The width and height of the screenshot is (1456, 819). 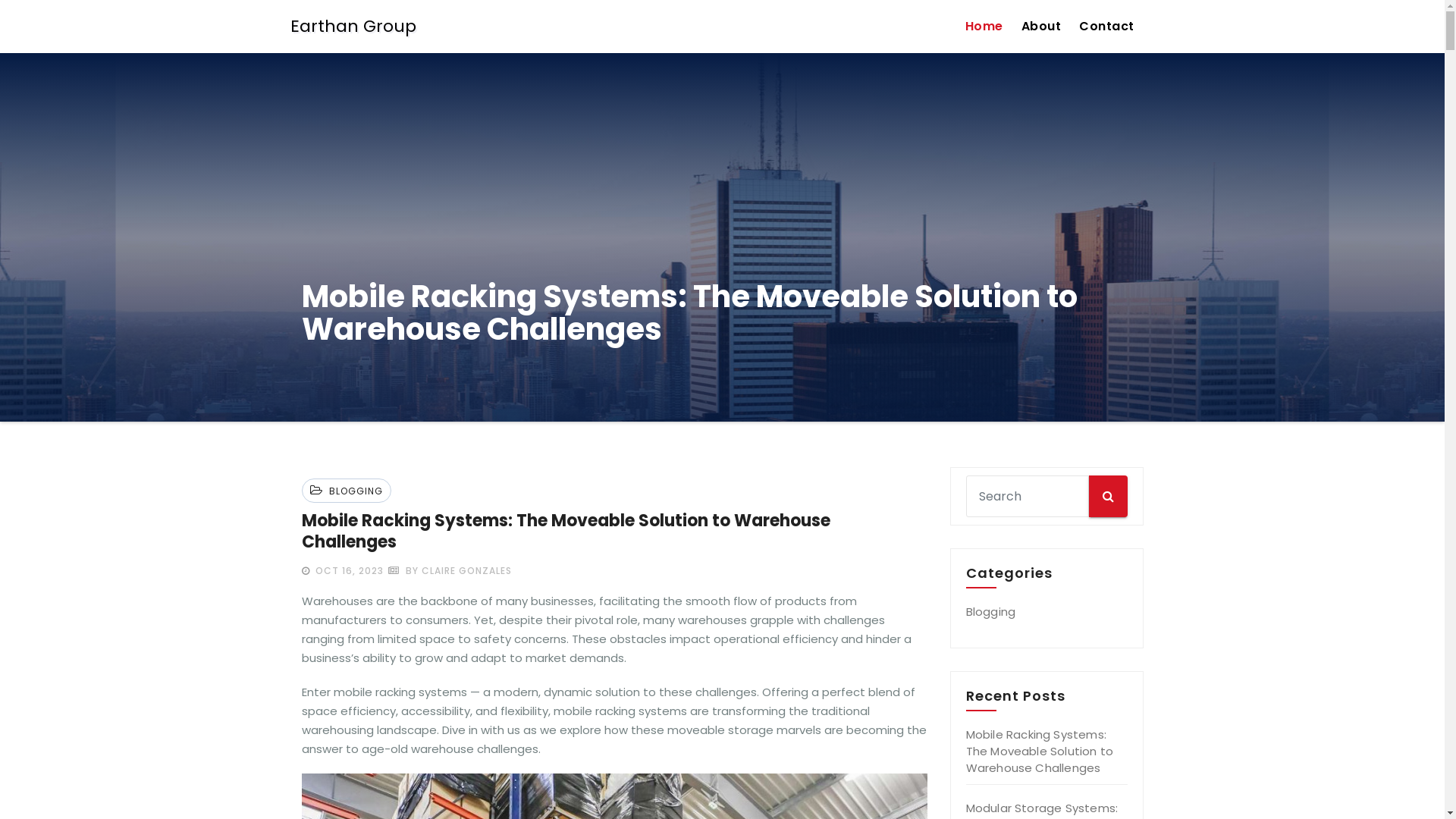 What do you see at coordinates (352, 26) in the screenshot?
I see `'Earthan Group'` at bounding box center [352, 26].